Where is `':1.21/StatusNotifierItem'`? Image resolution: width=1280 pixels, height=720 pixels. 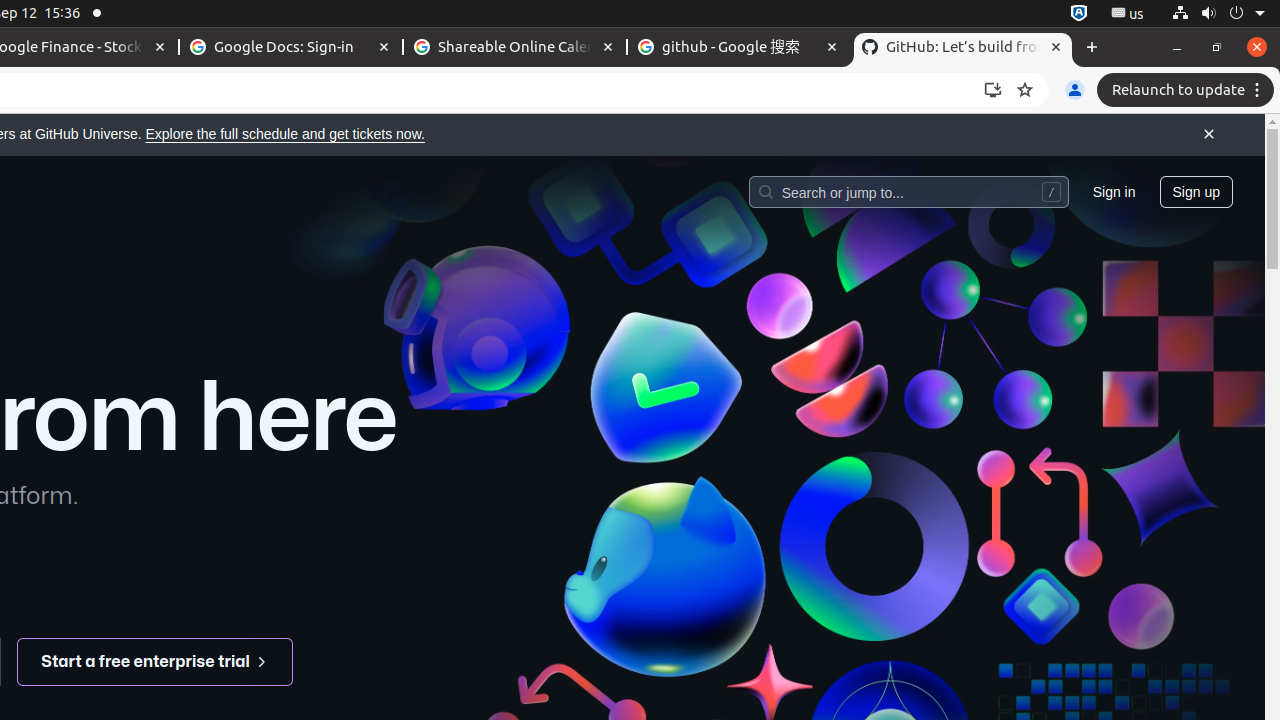 ':1.21/StatusNotifierItem' is located at coordinates (1127, 13).